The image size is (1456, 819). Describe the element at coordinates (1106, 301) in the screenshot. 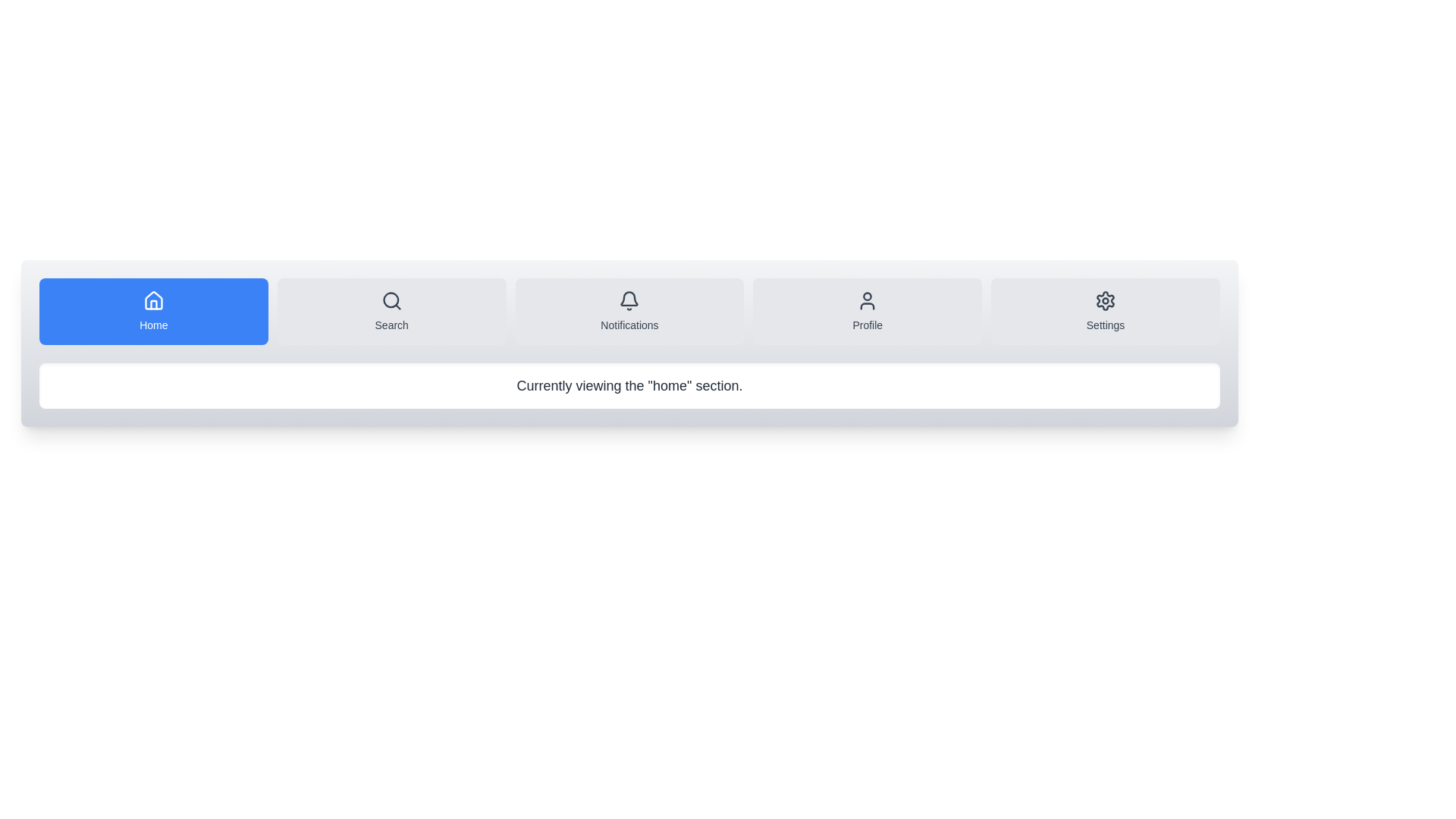

I see `the gear-shaped settings icon located at the top bar of the interface, centered above the text 'Settings'` at that location.